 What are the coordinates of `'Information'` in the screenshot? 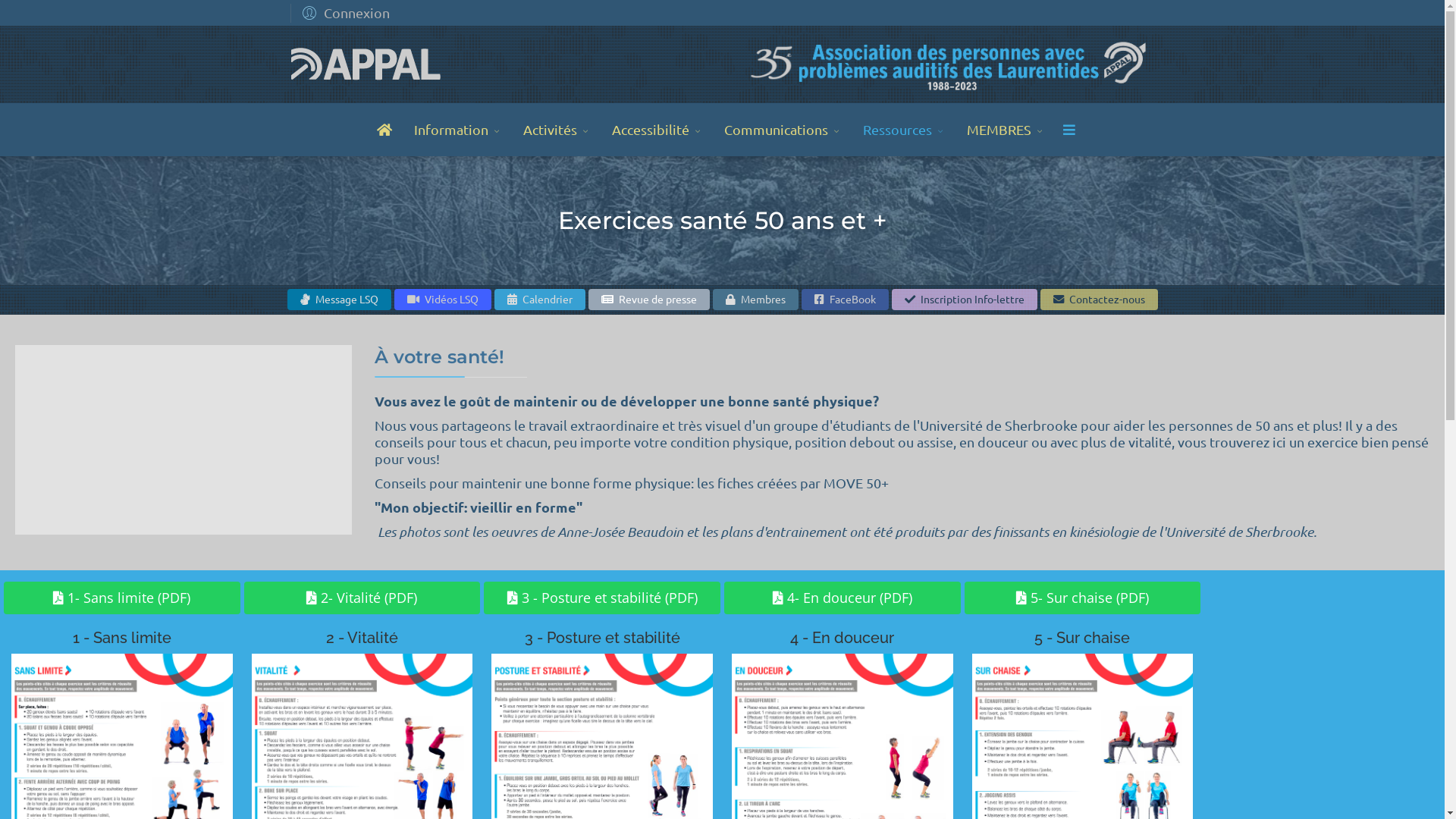 It's located at (458, 128).